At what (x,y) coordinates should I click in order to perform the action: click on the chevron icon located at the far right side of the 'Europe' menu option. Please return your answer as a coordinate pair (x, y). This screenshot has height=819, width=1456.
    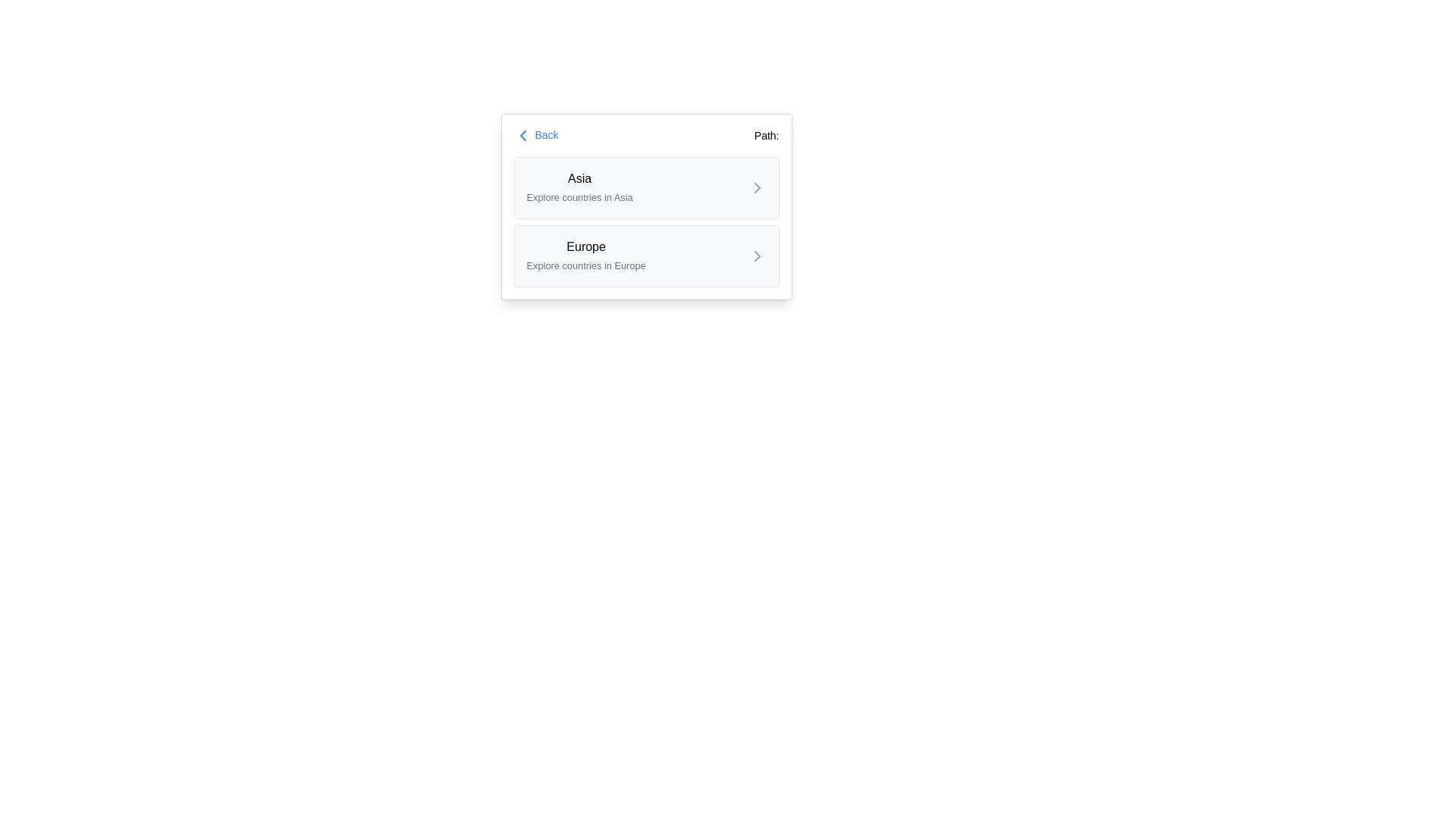
    Looking at the image, I should click on (757, 256).